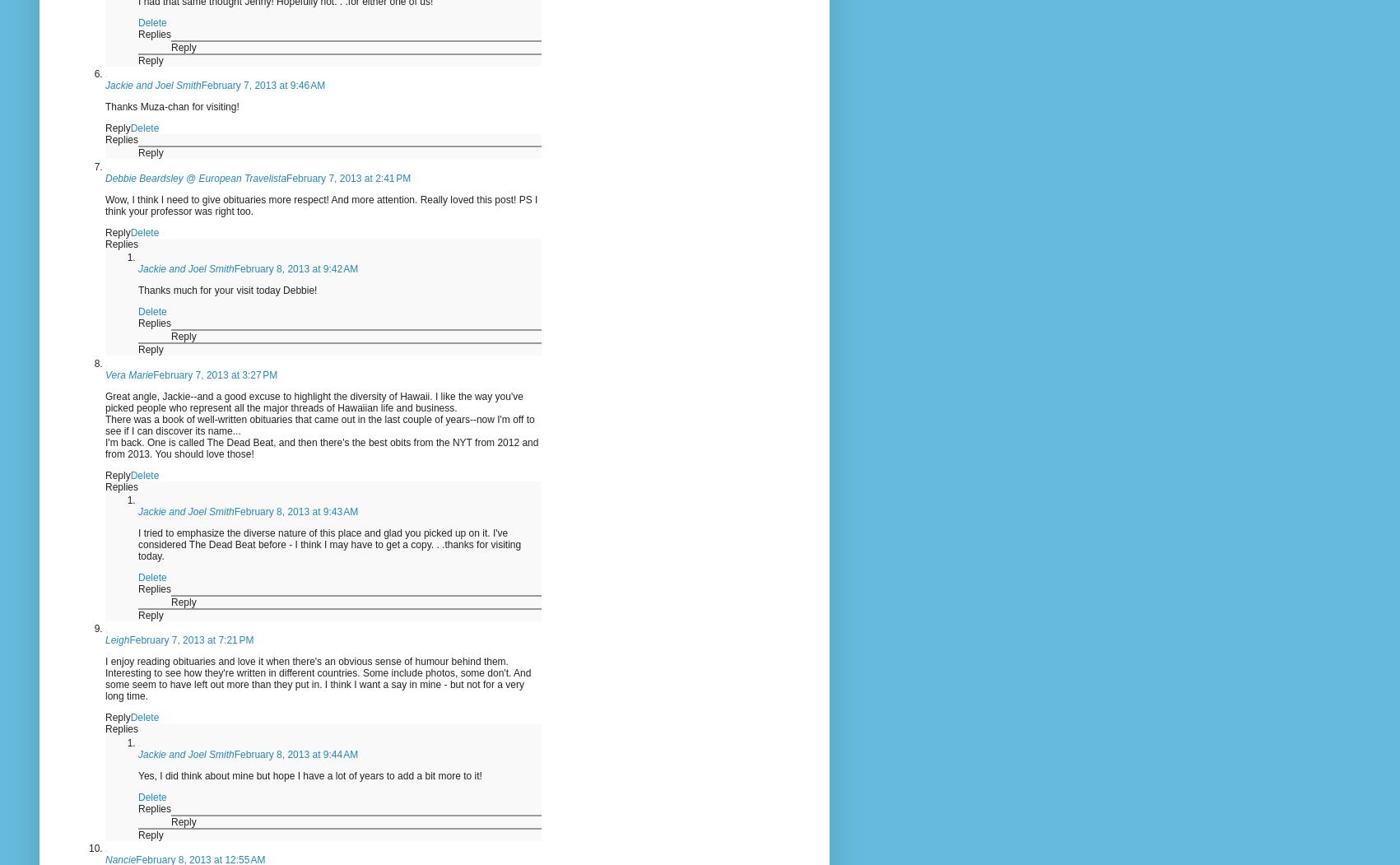 The height and width of the screenshot is (865, 1400). What do you see at coordinates (319, 425) in the screenshot?
I see `'There was a book of well-written obituaries that came out in the last couple of years--now I'm off to see if I can discover its name...'` at bounding box center [319, 425].